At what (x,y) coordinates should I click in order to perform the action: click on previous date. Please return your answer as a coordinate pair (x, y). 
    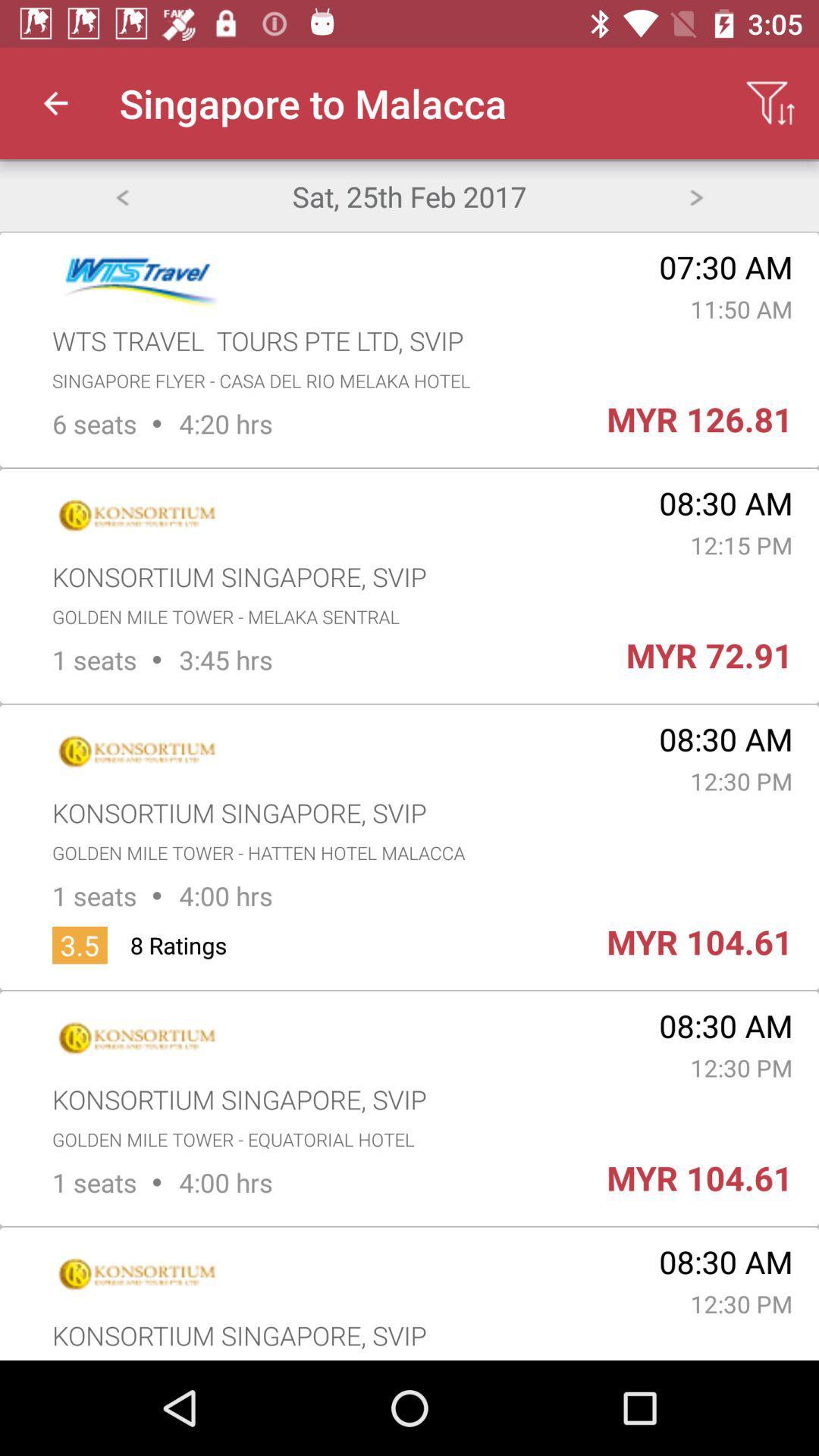
    Looking at the image, I should click on (121, 195).